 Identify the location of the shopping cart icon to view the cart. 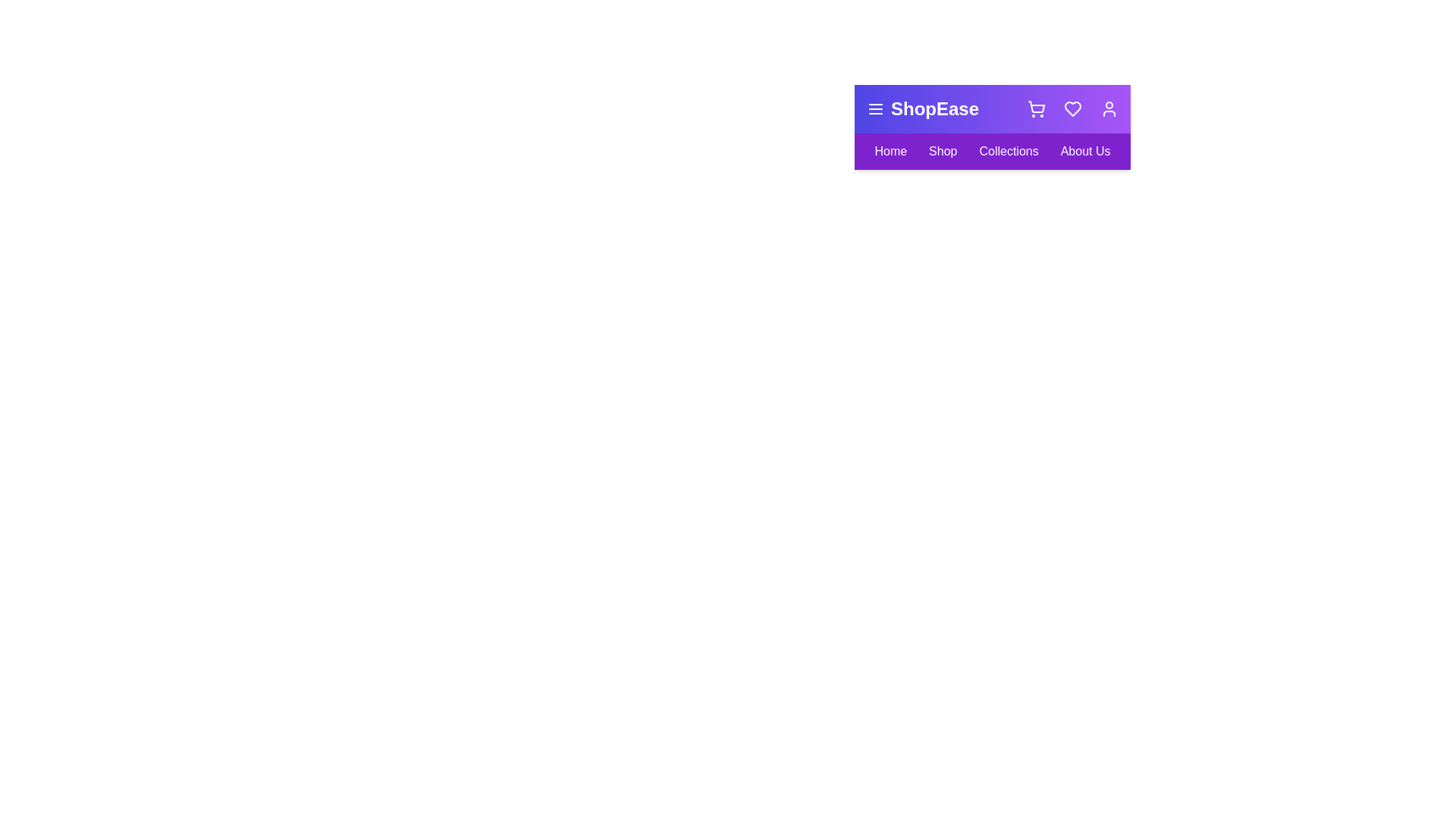
(1036, 108).